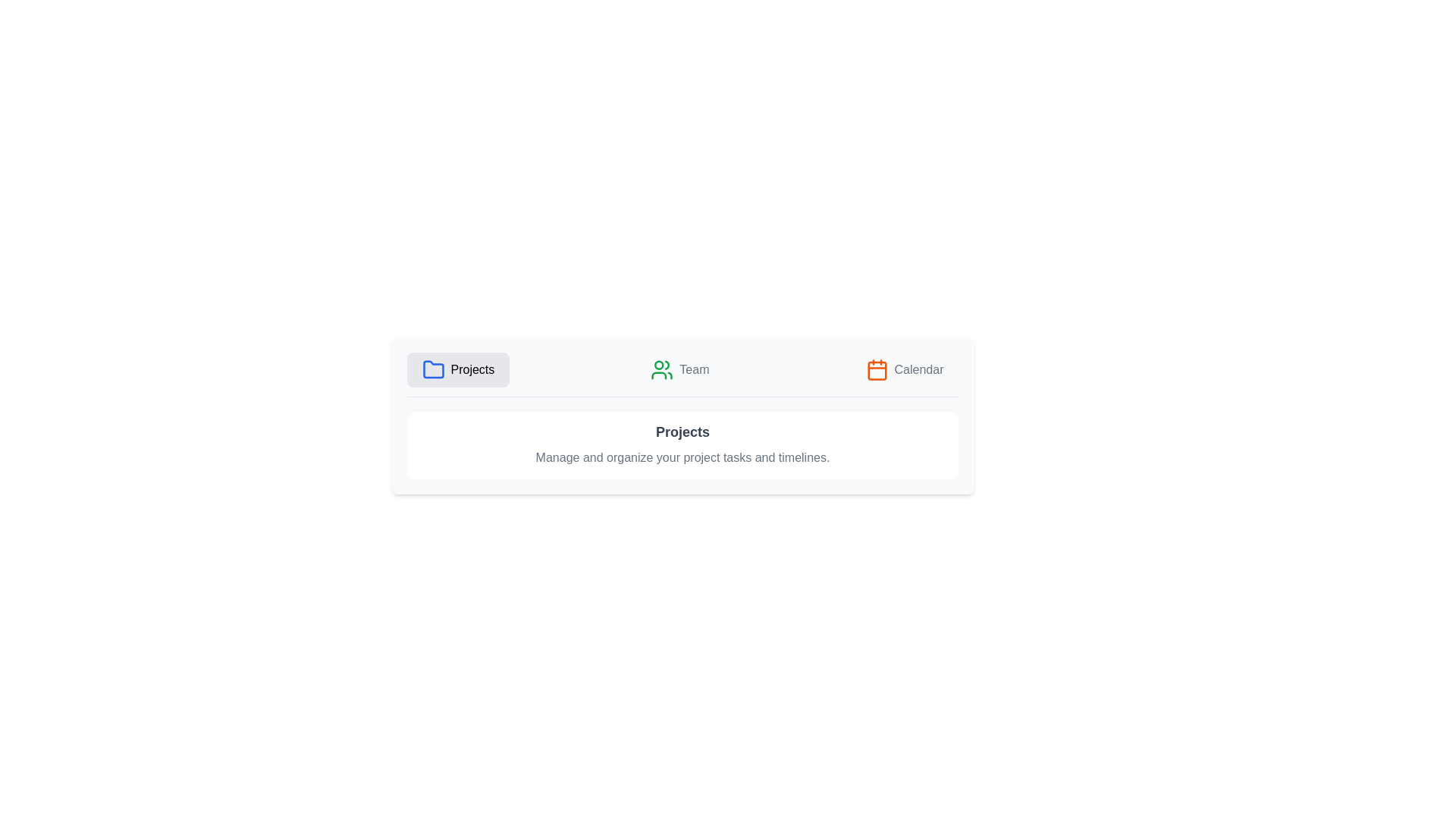 Image resolution: width=1456 pixels, height=819 pixels. What do you see at coordinates (679, 370) in the screenshot?
I see `the Team tab in the ProjectTabs component` at bounding box center [679, 370].